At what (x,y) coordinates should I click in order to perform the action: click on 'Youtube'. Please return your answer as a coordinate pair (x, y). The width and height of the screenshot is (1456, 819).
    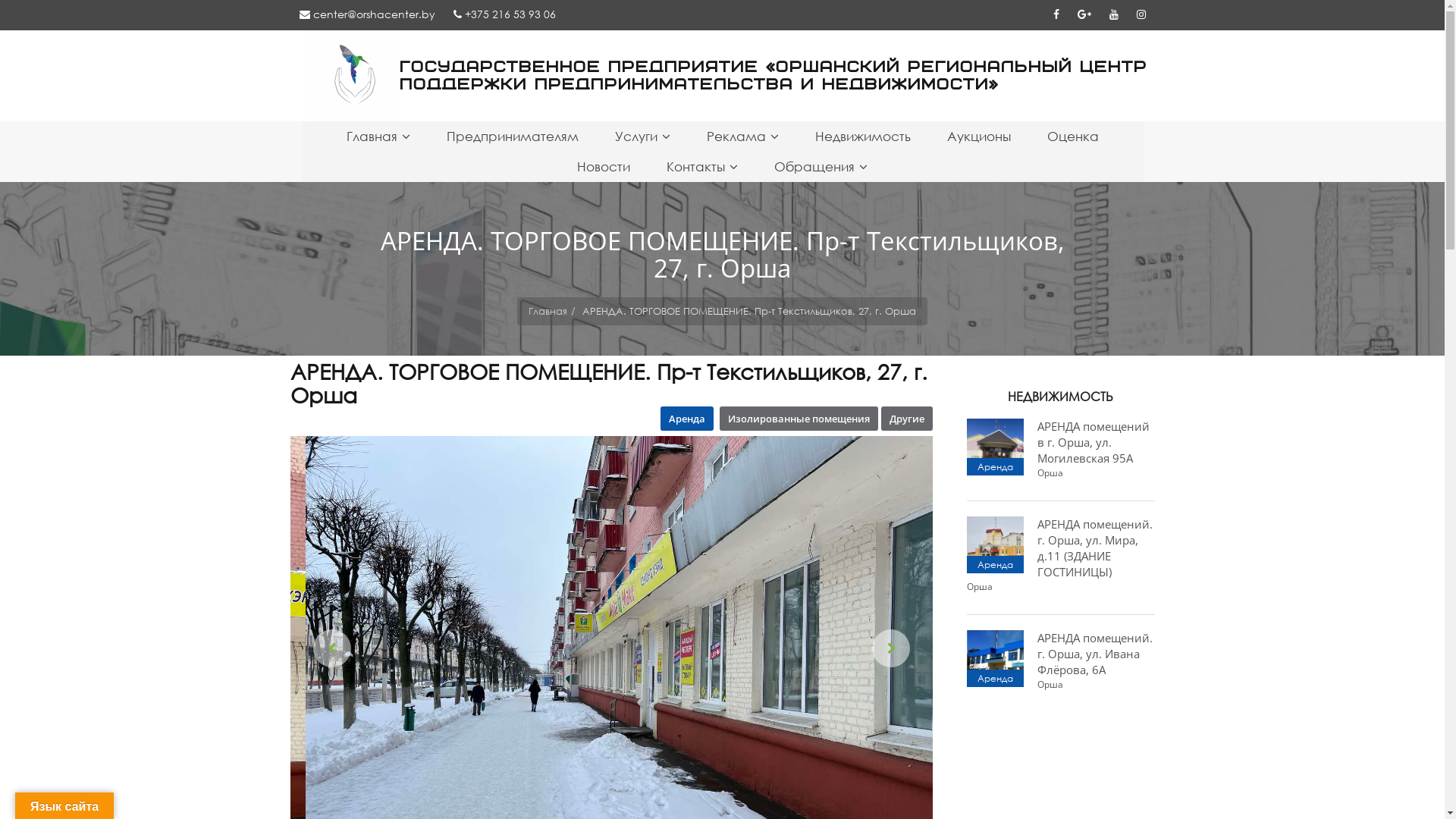
    Looking at the image, I should click on (1113, 14).